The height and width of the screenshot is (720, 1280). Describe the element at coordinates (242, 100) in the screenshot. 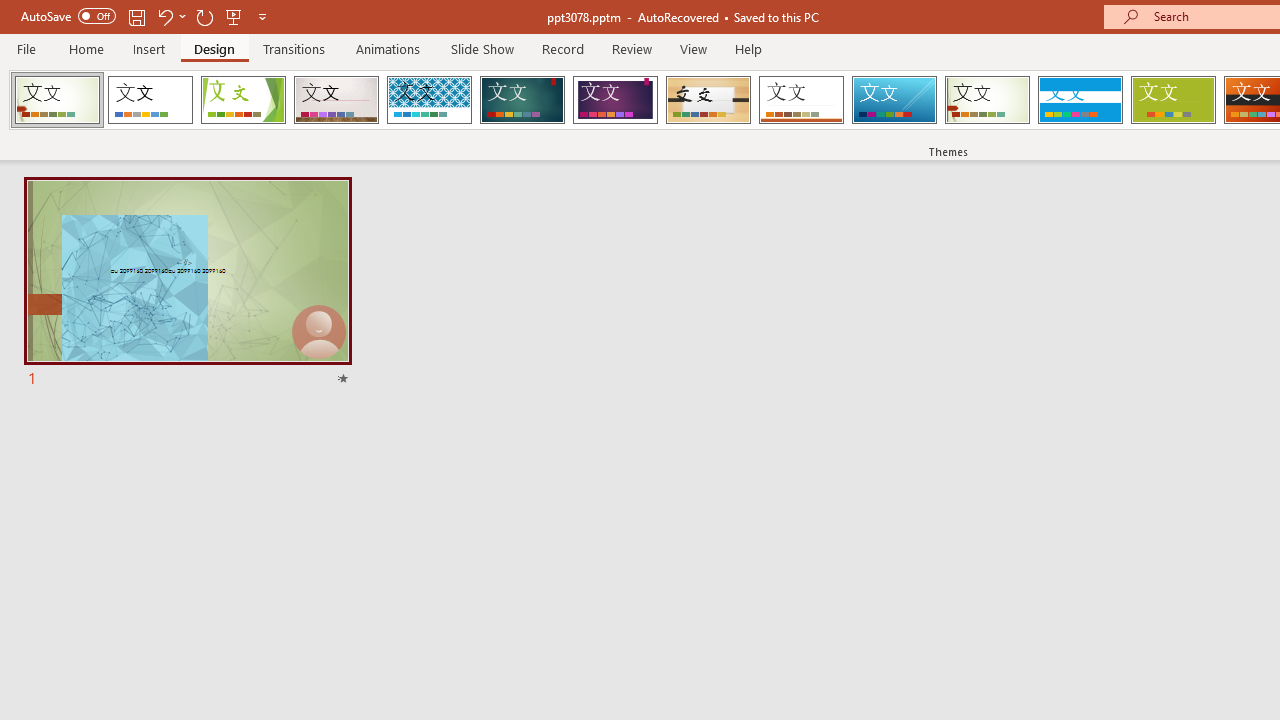

I see `'Facet'` at that location.